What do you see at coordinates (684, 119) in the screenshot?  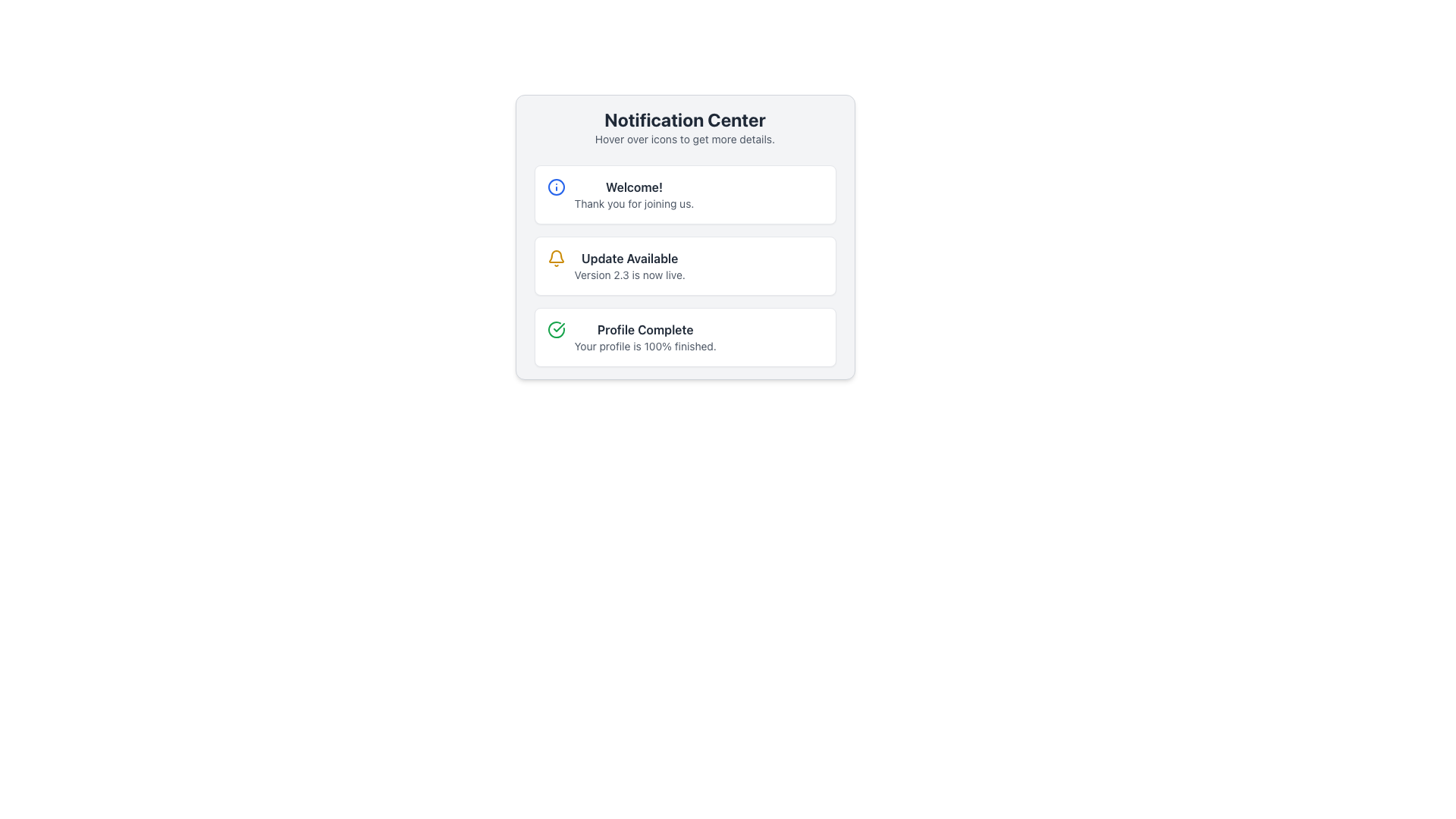 I see `the prominent heading text 'Notification Center', which is styled in bold and dark color, positioned at the top of the section above smaller informational text` at bounding box center [684, 119].